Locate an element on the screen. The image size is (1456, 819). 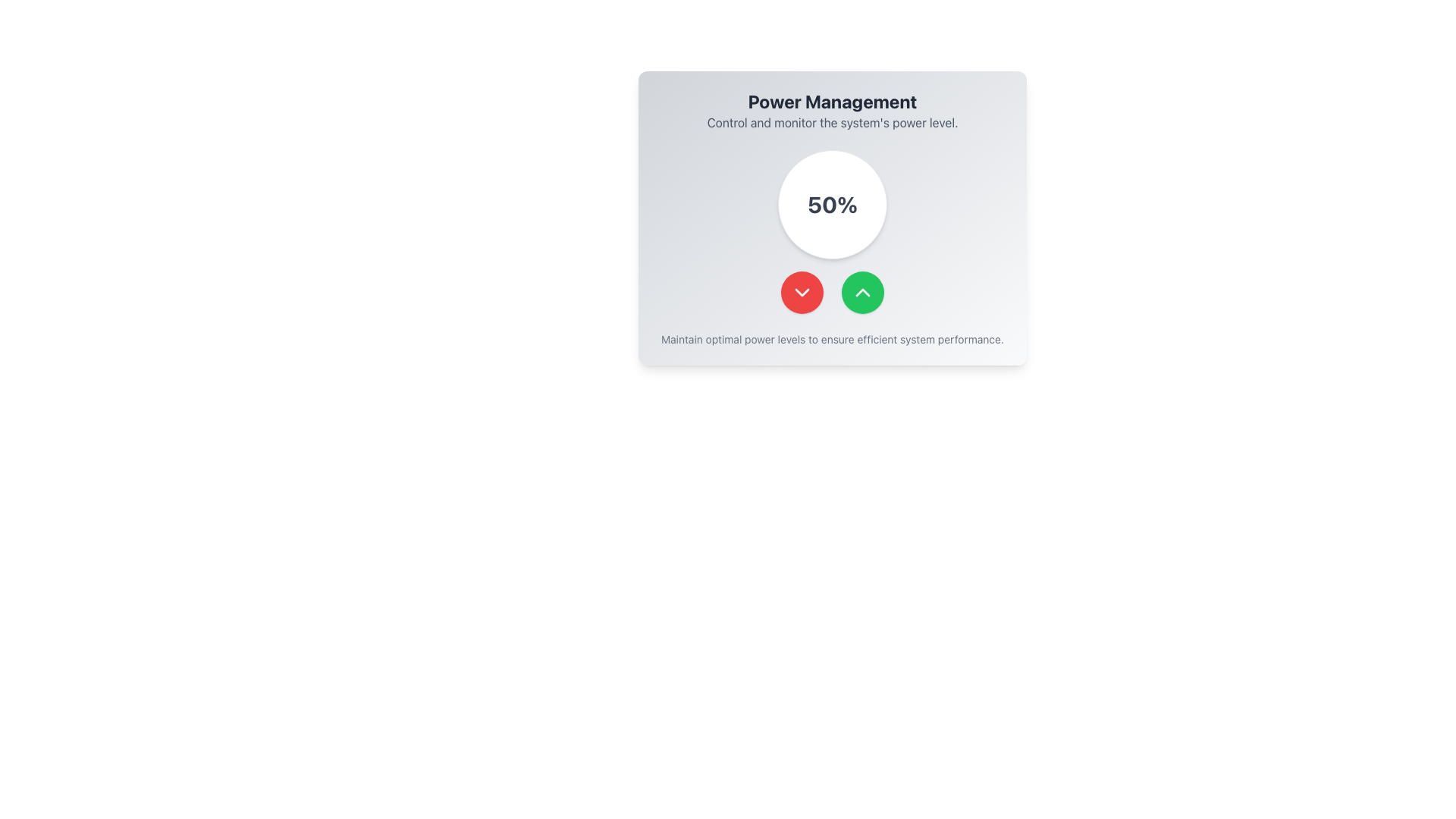
text element displaying 'Control and monitor the system's power level.' located below the title 'Power Management' is located at coordinates (832, 122).